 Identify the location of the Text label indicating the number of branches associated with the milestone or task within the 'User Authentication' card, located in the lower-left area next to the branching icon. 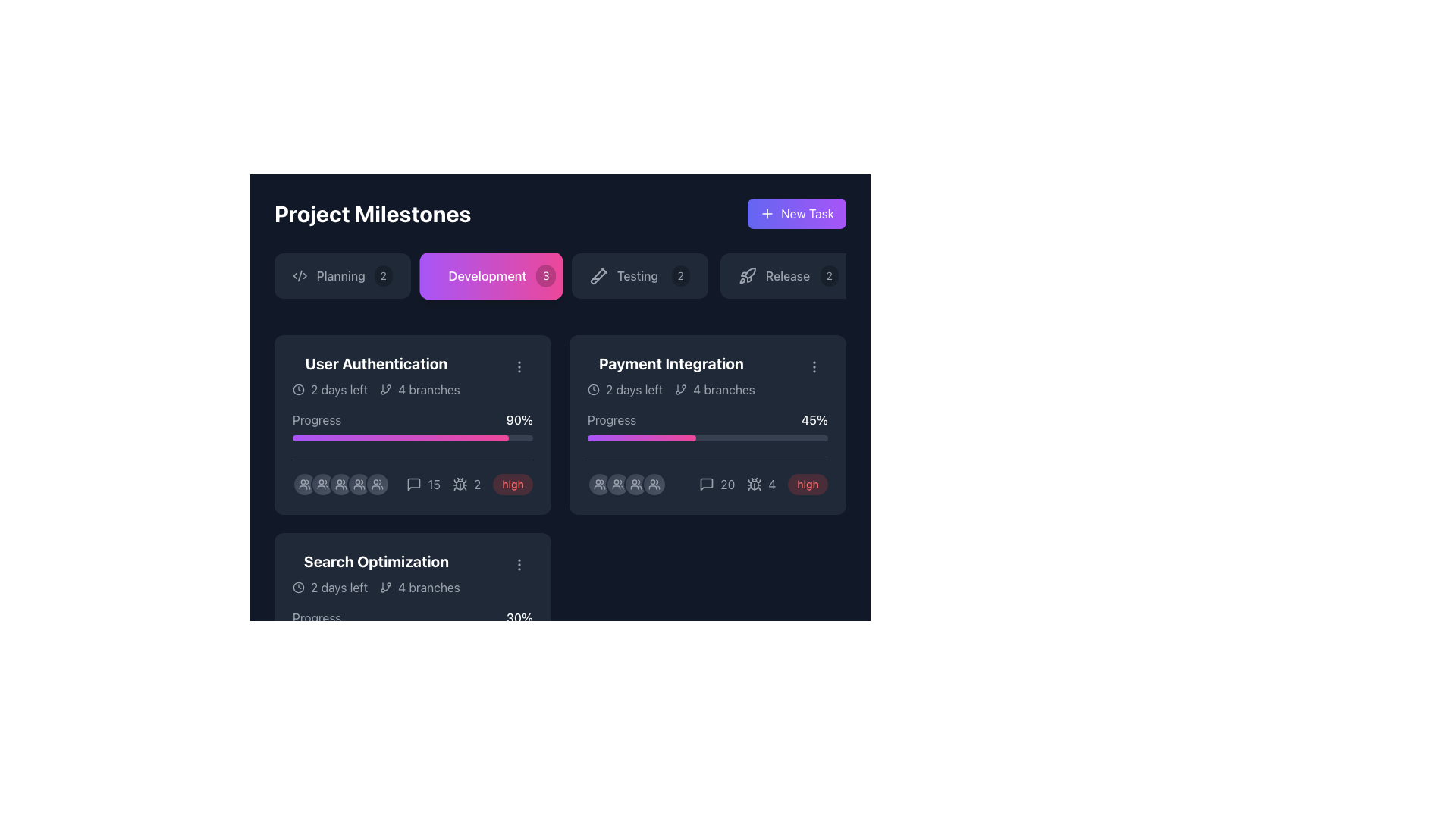
(428, 388).